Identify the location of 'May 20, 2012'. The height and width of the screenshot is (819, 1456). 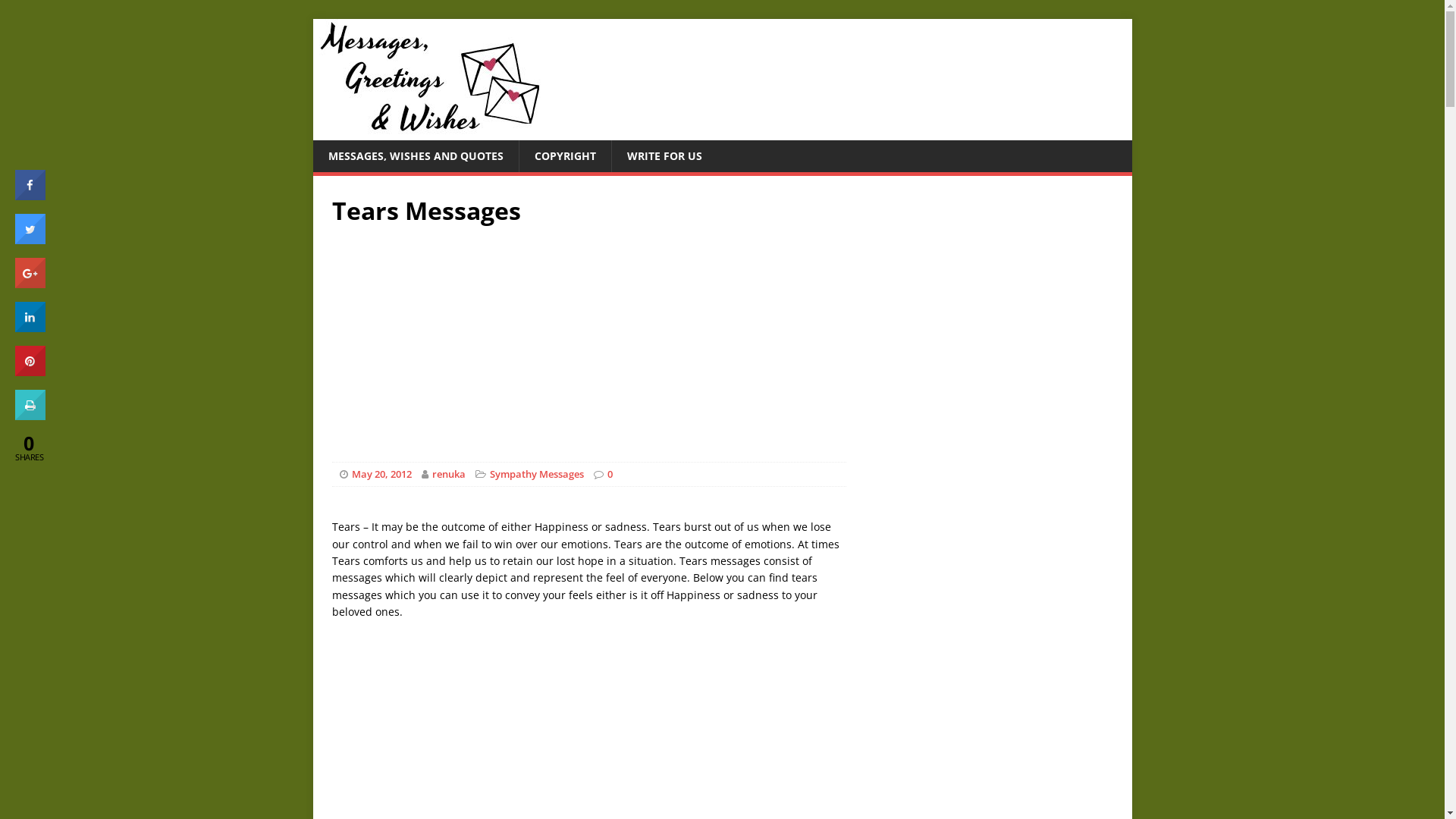
(381, 472).